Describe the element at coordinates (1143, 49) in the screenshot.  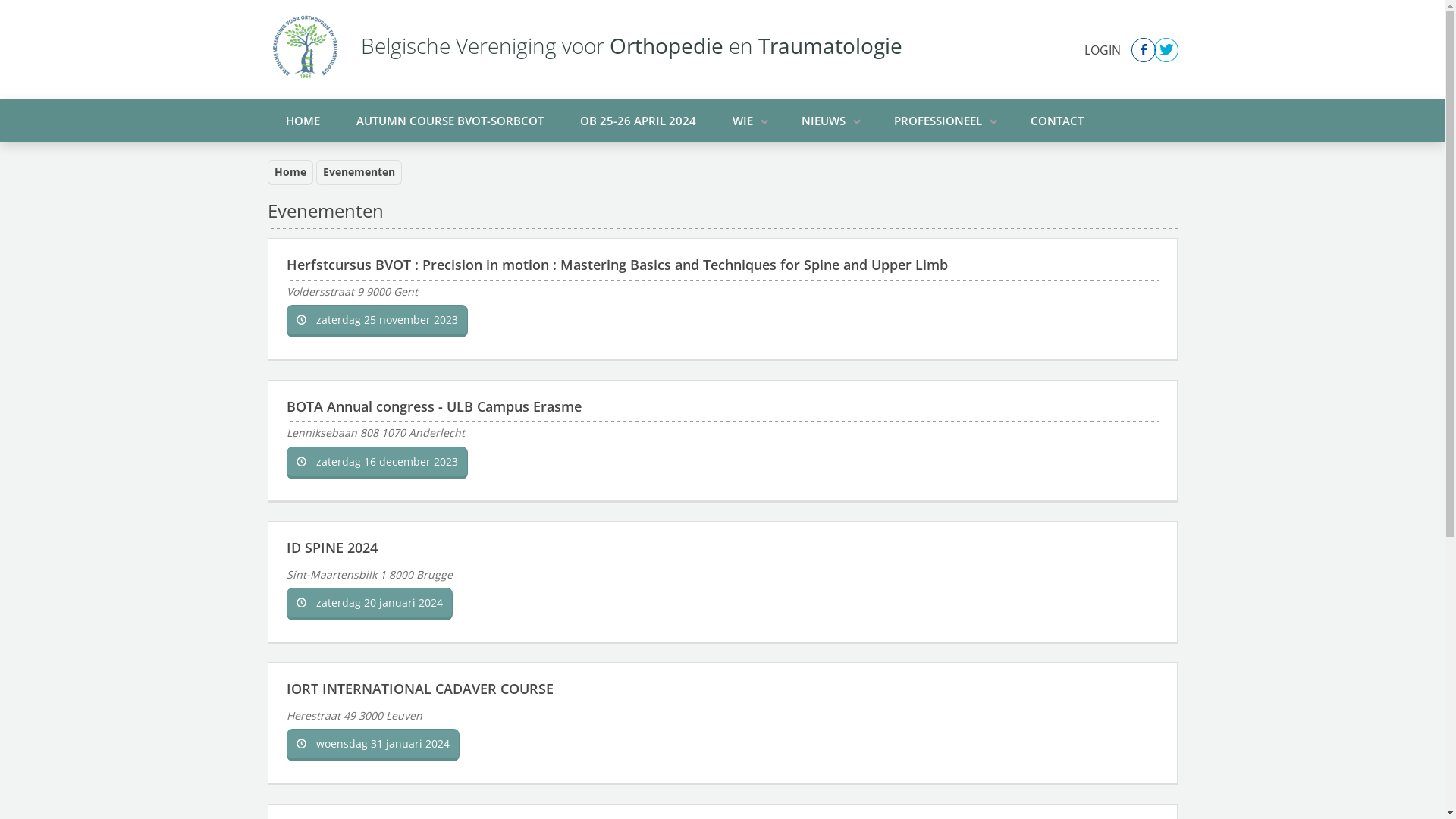
I see `'FACEBOOK'` at that location.